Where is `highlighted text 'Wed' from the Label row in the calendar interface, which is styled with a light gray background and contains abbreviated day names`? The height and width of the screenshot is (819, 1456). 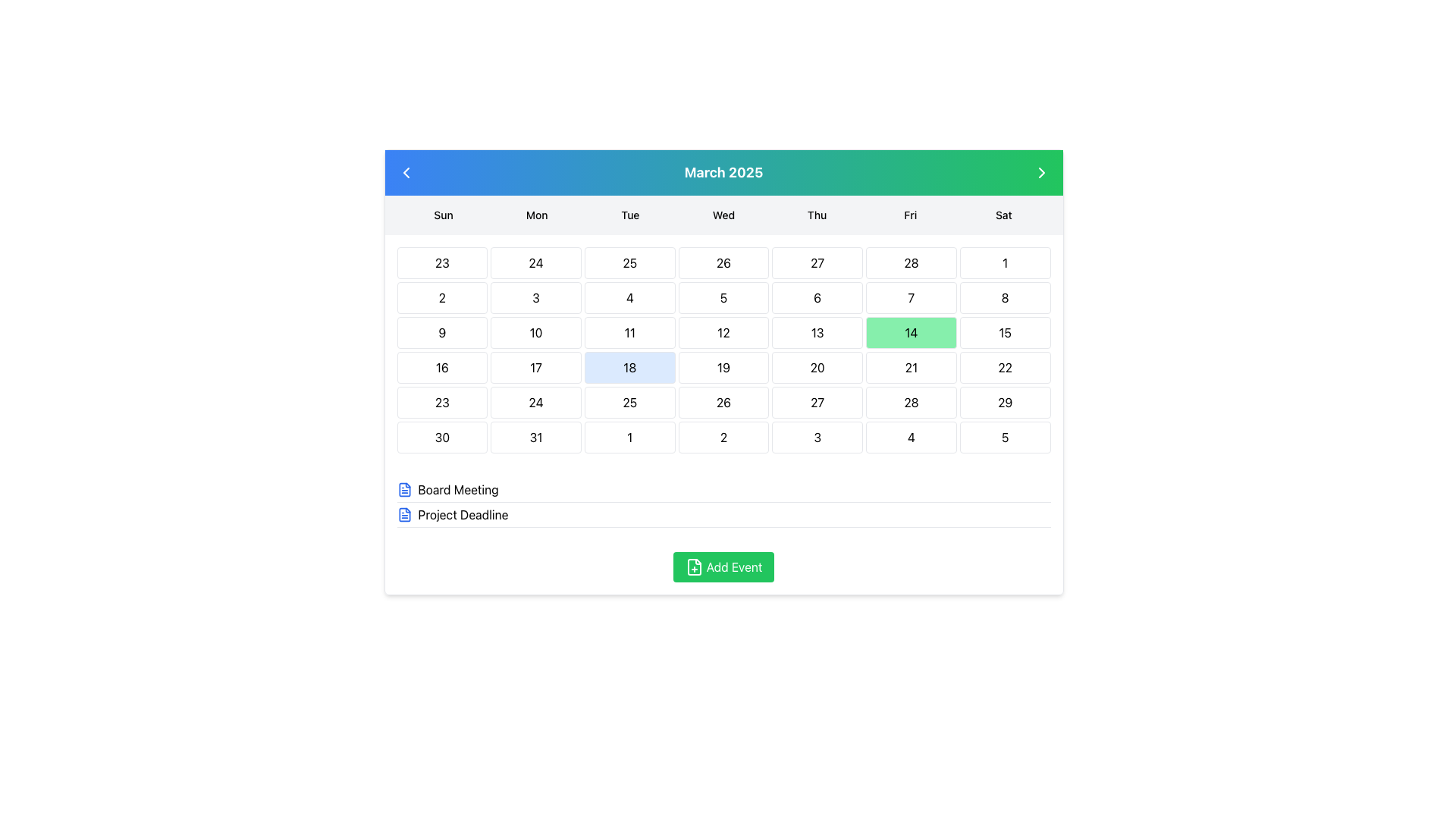 highlighted text 'Wed' from the Label row in the calendar interface, which is styled with a light gray background and contains abbreviated day names is located at coordinates (723, 215).